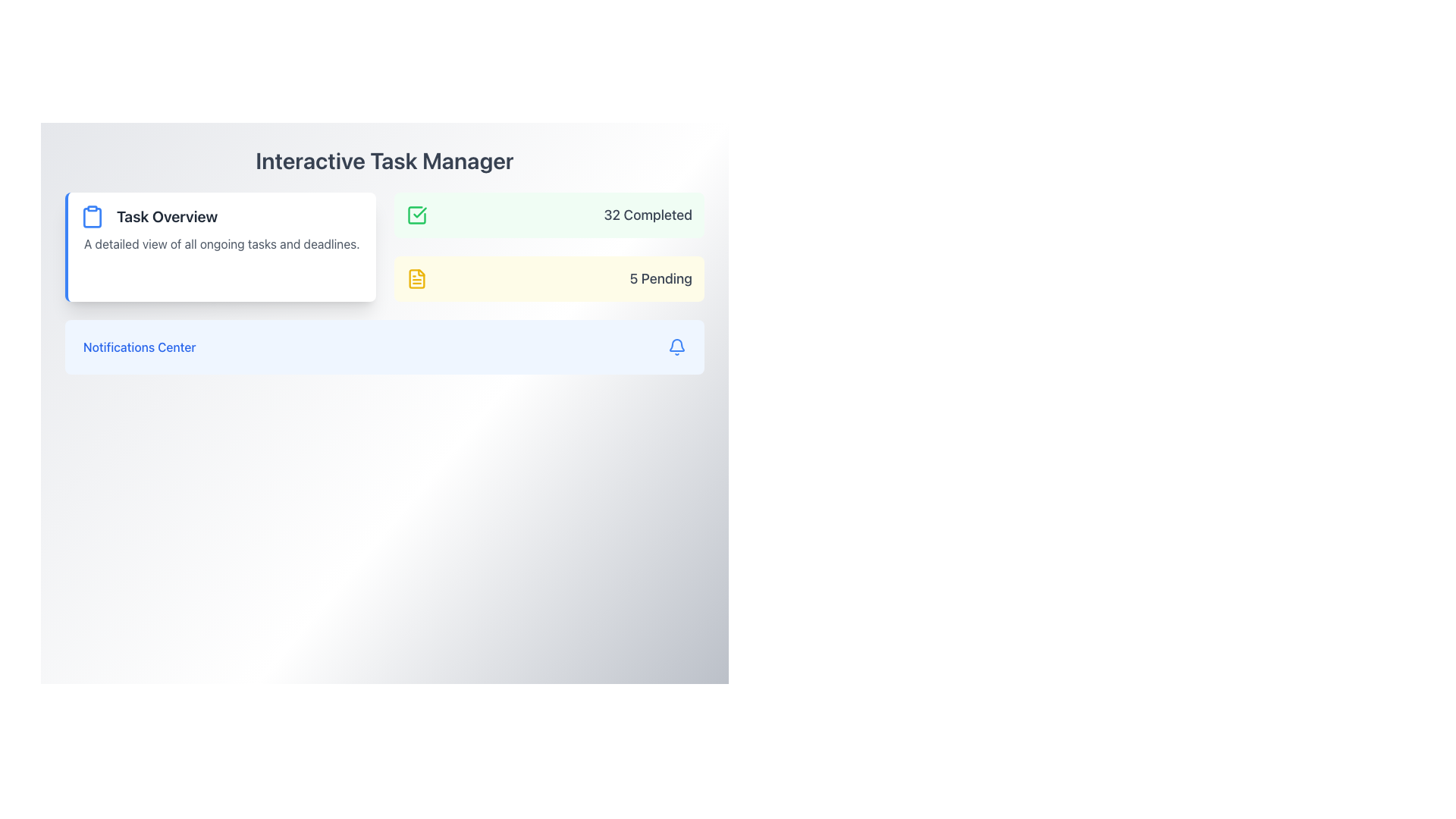  Describe the element at coordinates (661, 278) in the screenshot. I see `text label indicating the number of pending items, which is located on the right-hand side of a yellow-background box and aligned with an icon on the left` at that location.